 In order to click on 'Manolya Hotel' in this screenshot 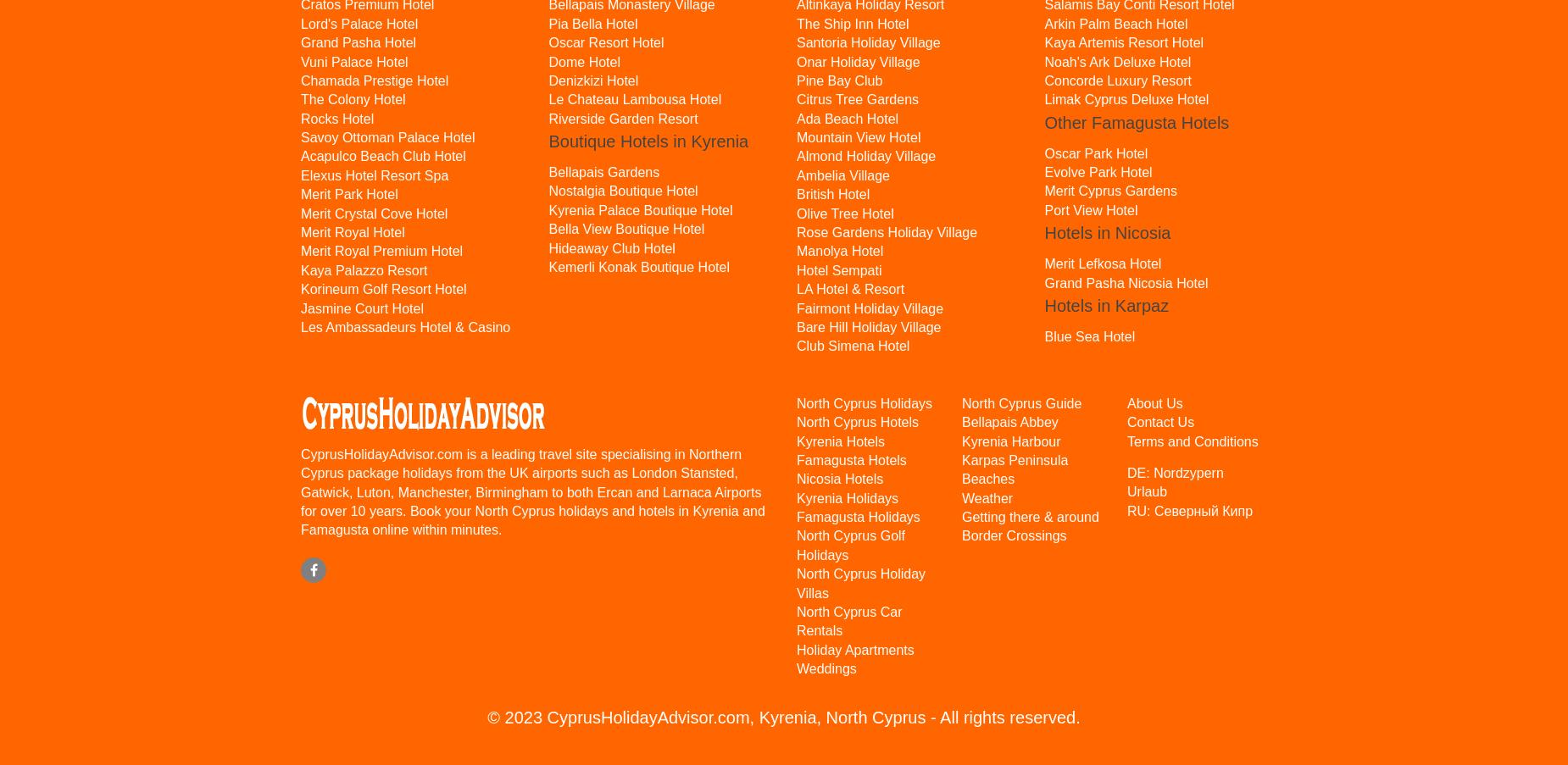, I will do `click(839, 250)`.